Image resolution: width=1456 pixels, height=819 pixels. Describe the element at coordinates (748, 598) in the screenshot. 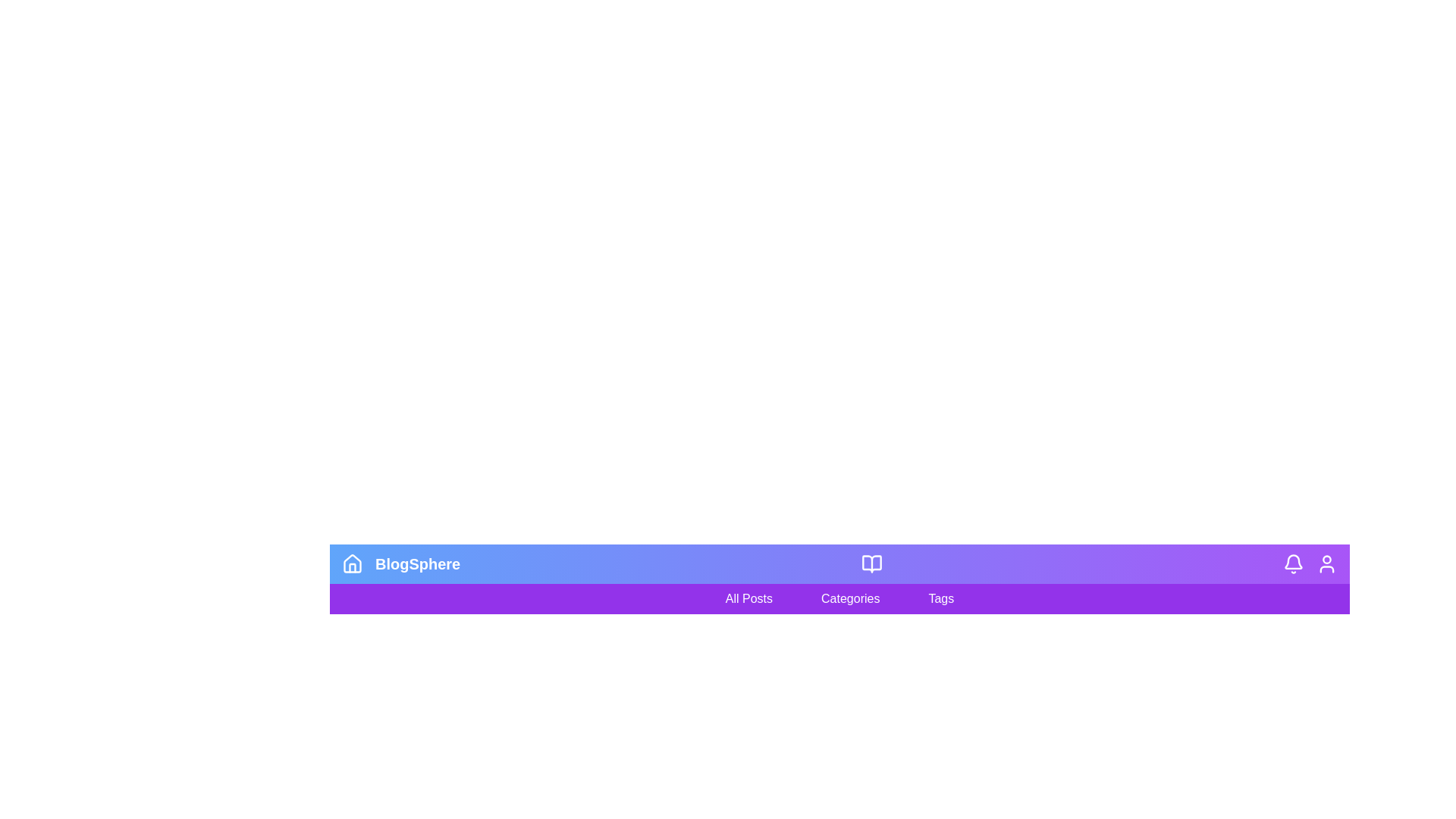

I see `the 'All Posts' filter option to filter the content` at that location.